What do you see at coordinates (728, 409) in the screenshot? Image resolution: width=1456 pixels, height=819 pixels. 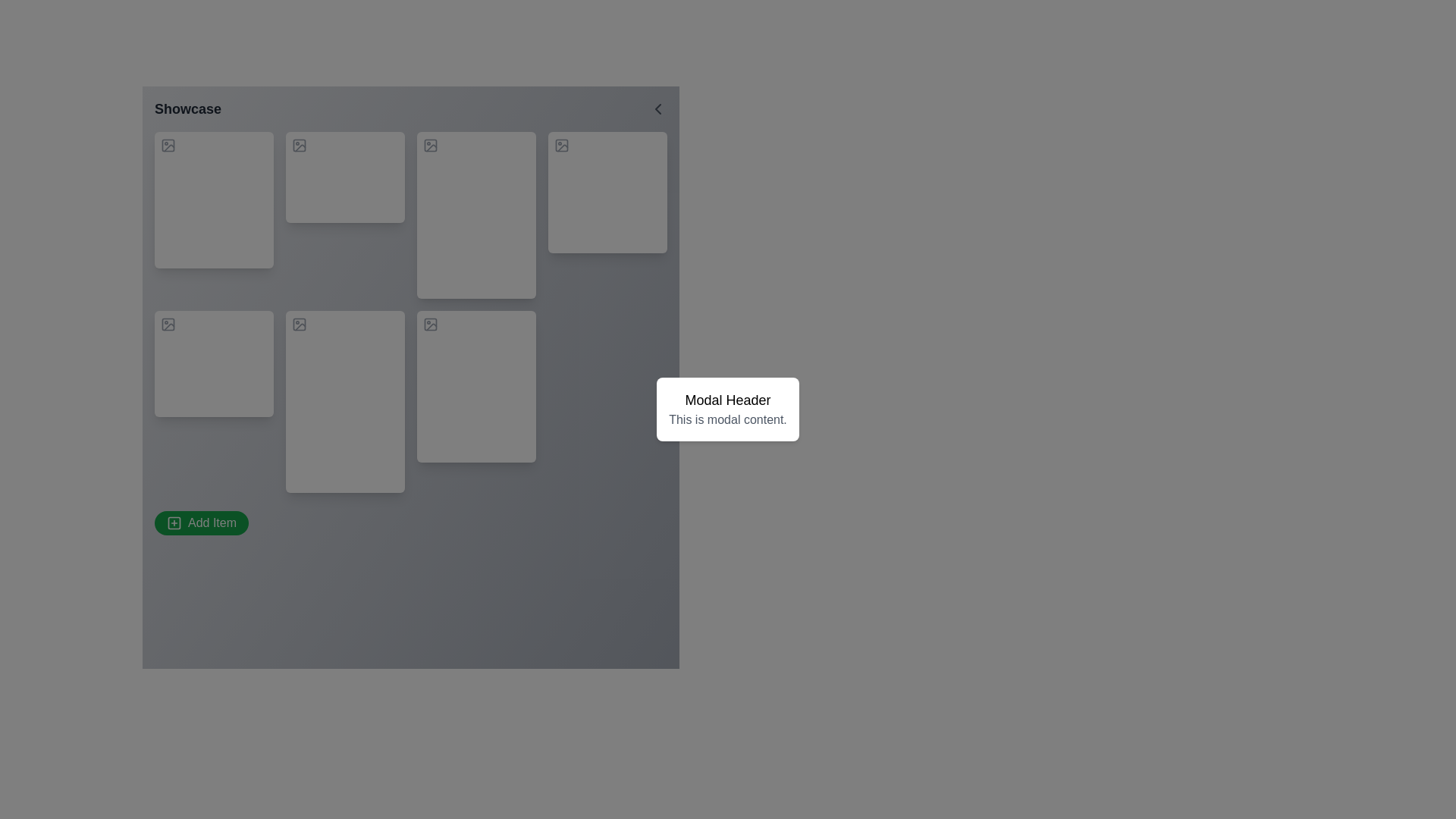 I see `the white rectangular modal dialog labeled 'Modal Header' with rounded corners and drop shadow, containing the body text 'This is modal content.'` at bounding box center [728, 409].